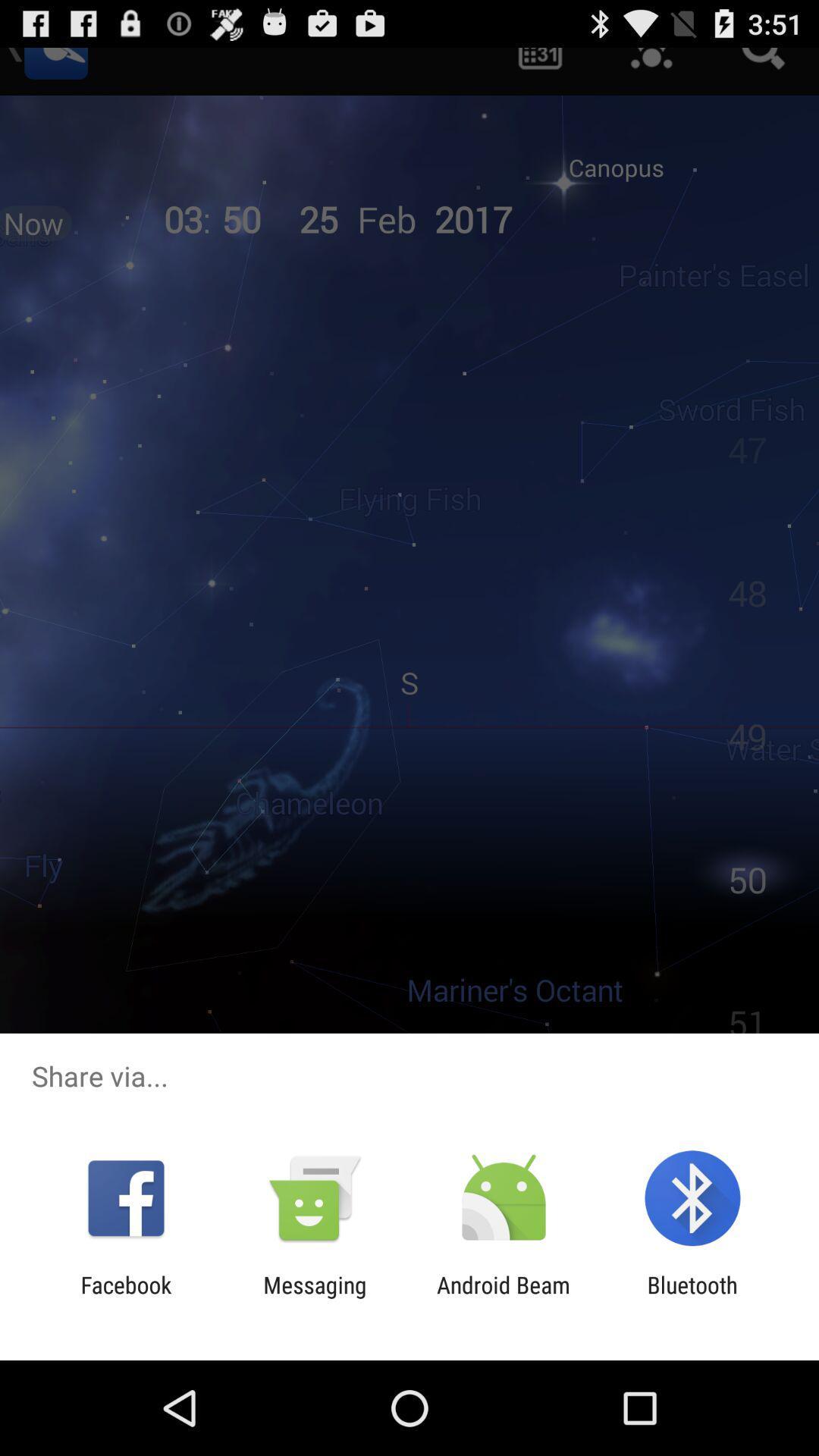  I want to click on the icon to the right of the messaging, so click(504, 1298).